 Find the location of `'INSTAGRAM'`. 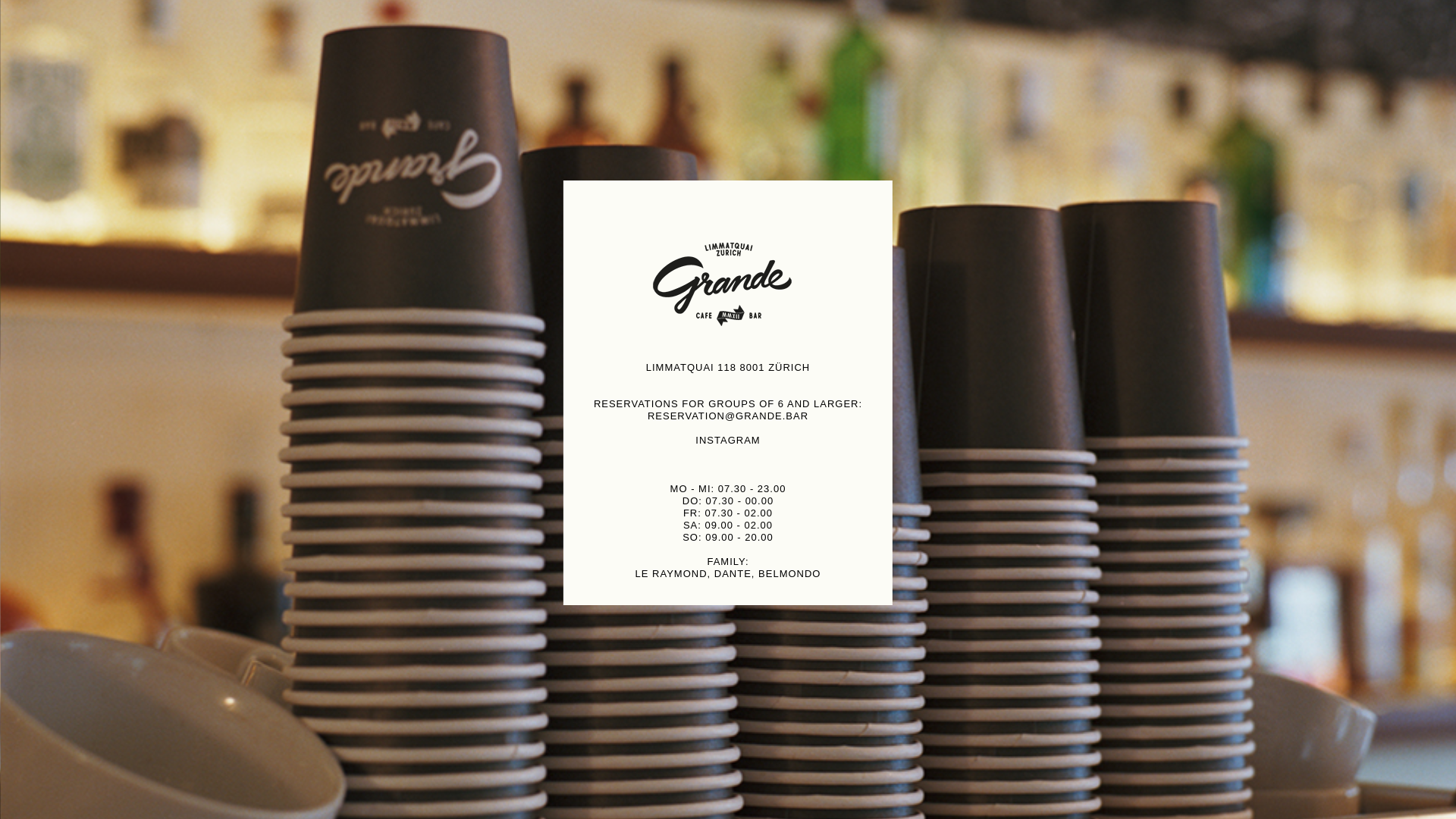

'INSTAGRAM' is located at coordinates (726, 440).